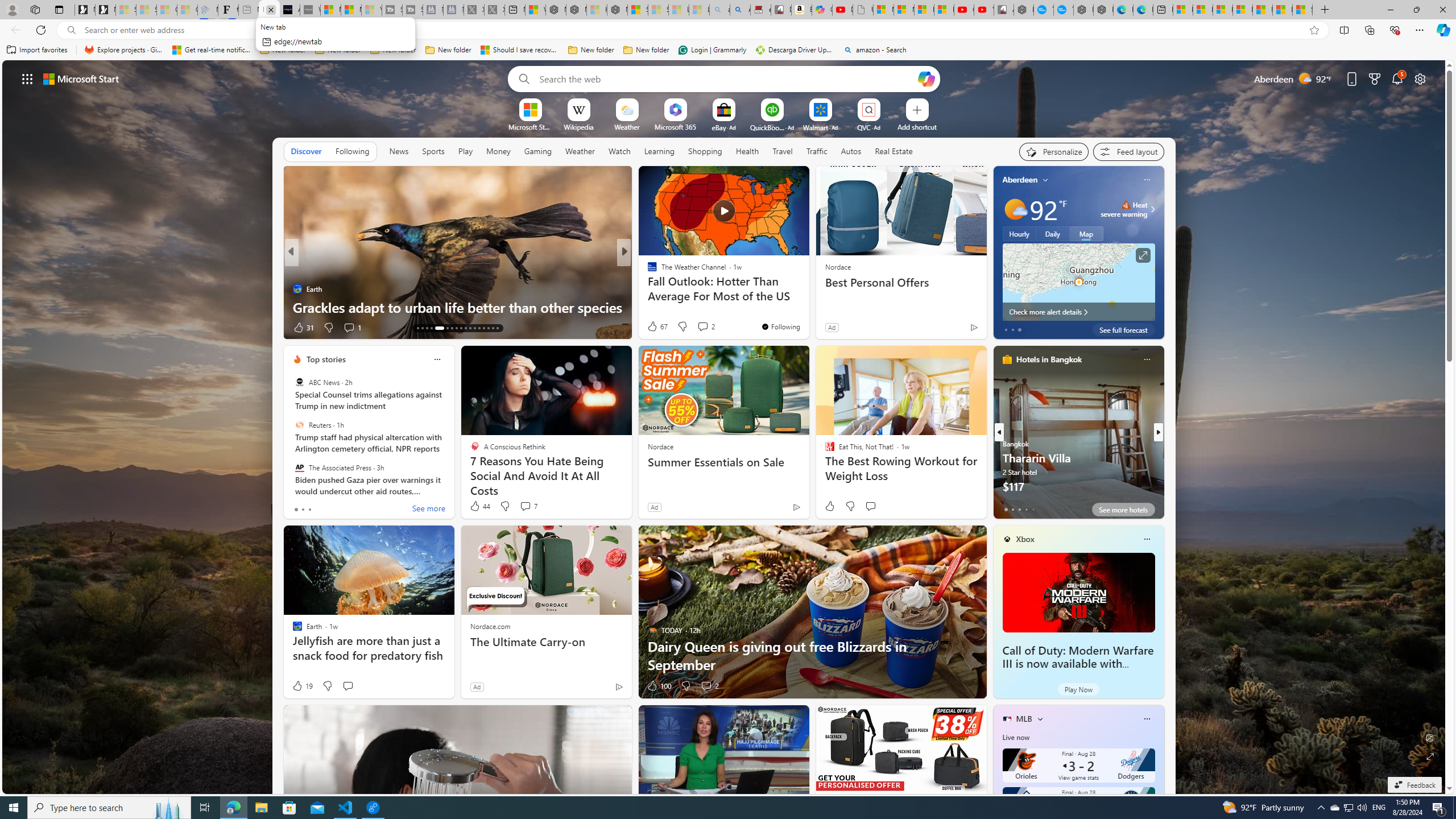 This screenshot has height=819, width=1456. Describe the element at coordinates (1019, 233) in the screenshot. I see `'Hourly'` at that location.